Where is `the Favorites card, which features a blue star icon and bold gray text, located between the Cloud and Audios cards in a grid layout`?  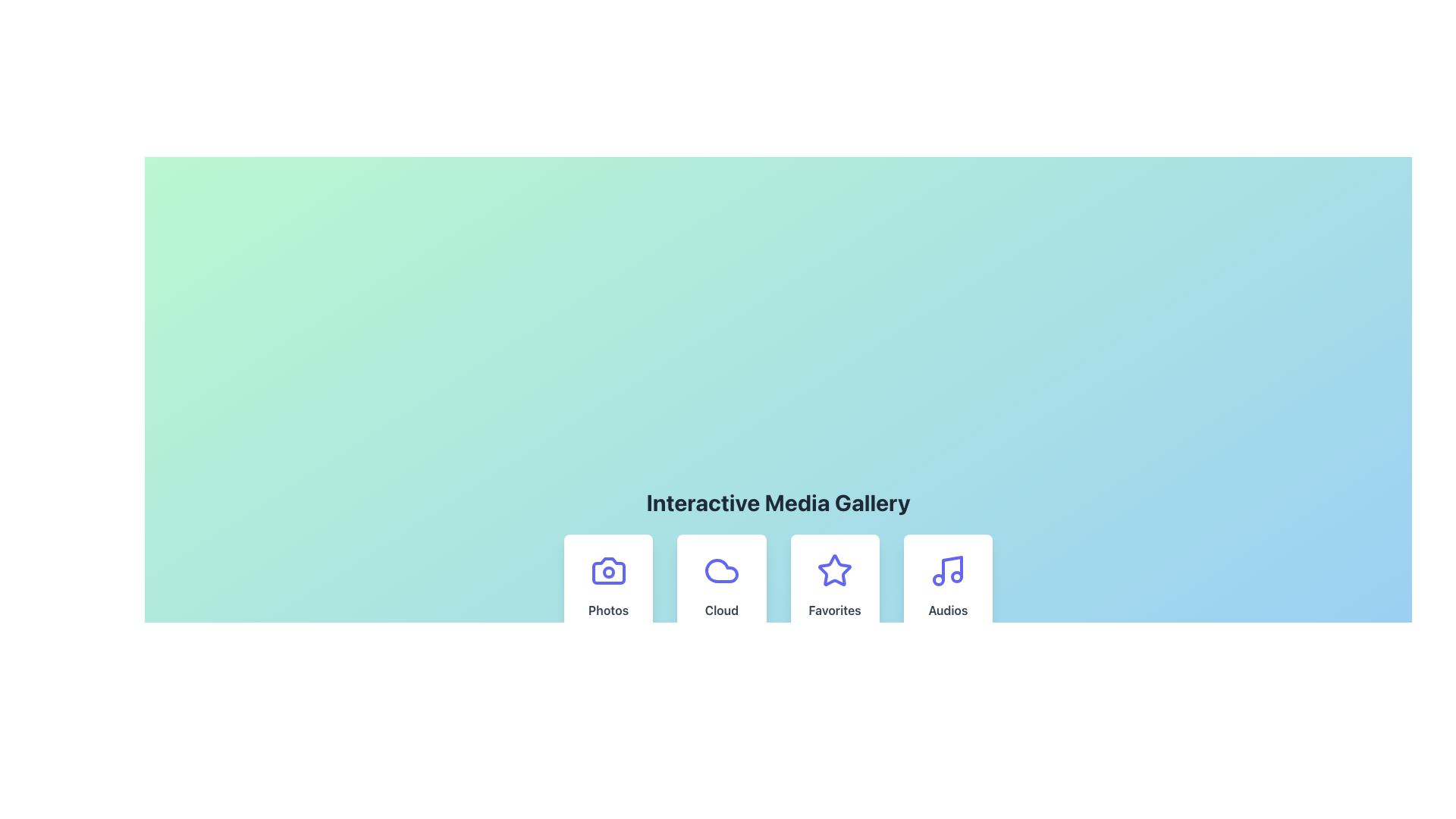
the Favorites card, which features a blue star icon and bold gray text, located between the Cloud and Audios cards in a grid layout is located at coordinates (834, 588).